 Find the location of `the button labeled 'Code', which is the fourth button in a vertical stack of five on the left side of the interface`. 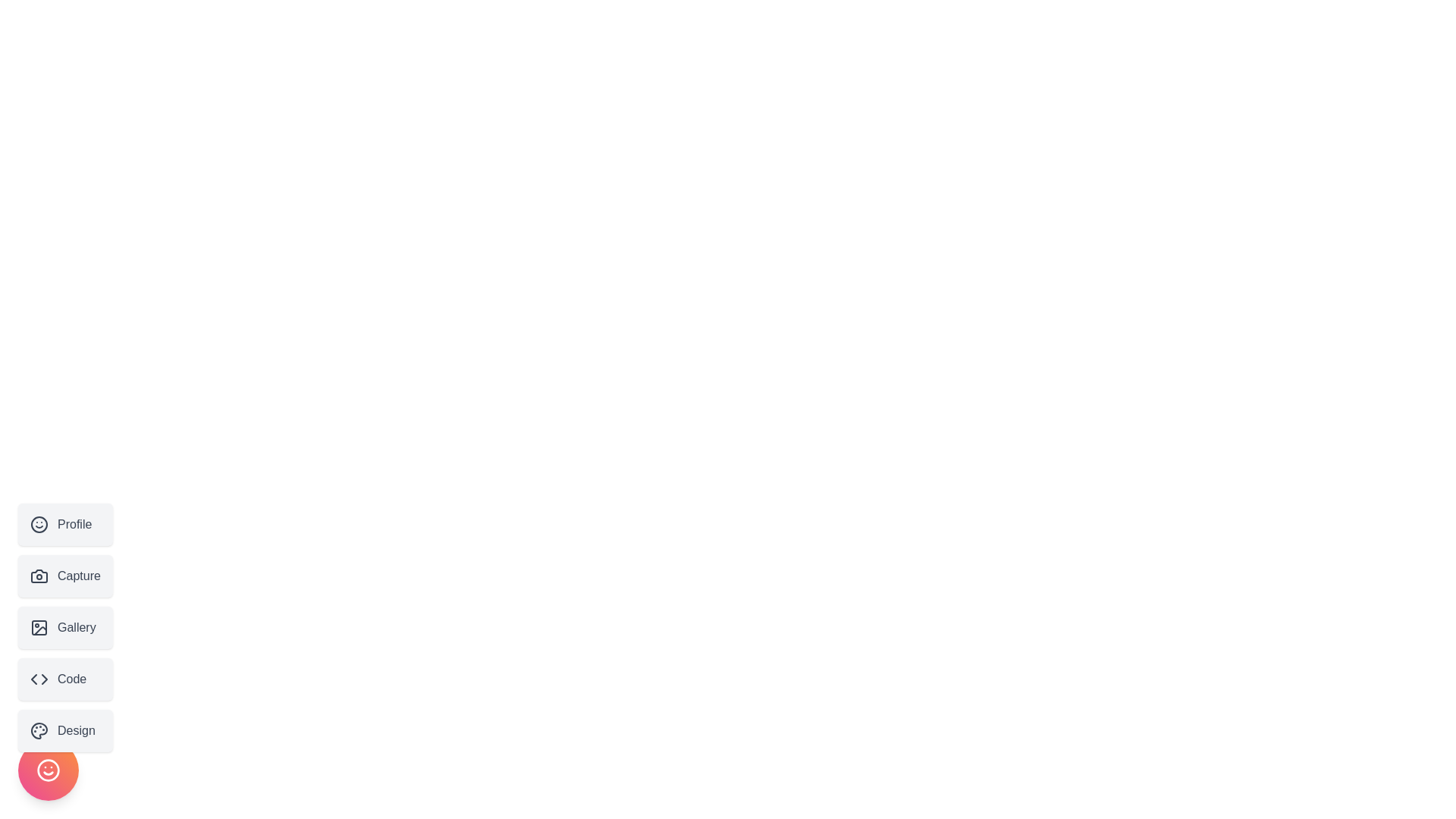

the button labeled 'Code', which is the fourth button in a vertical stack of five on the left side of the interface is located at coordinates (64, 678).